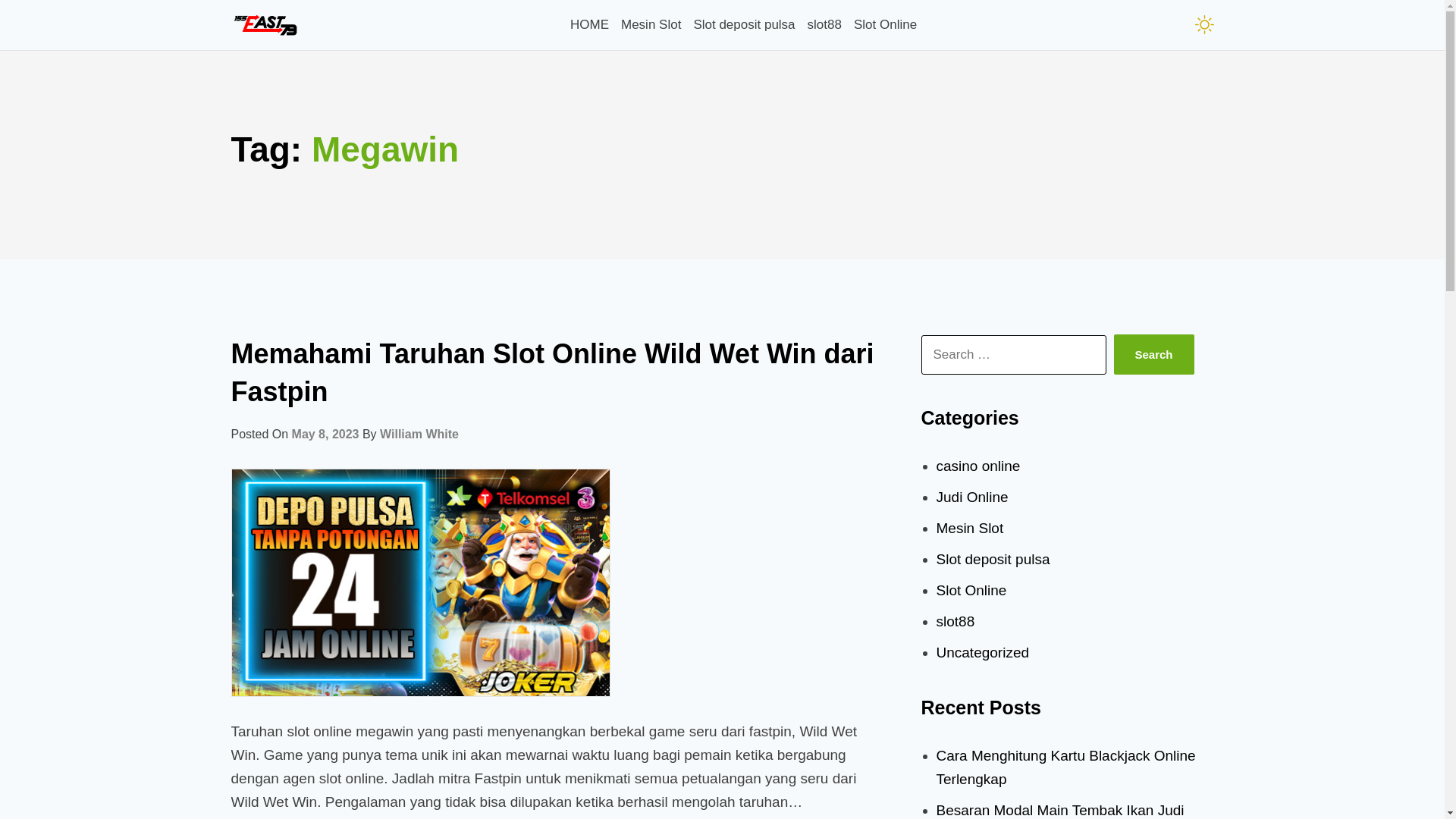 Image resolution: width=1456 pixels, height=819 pixels. What do you see at coordinates (588, 24) in the screenshot?
I see `'HOME'` at bounding box center [588, 24].